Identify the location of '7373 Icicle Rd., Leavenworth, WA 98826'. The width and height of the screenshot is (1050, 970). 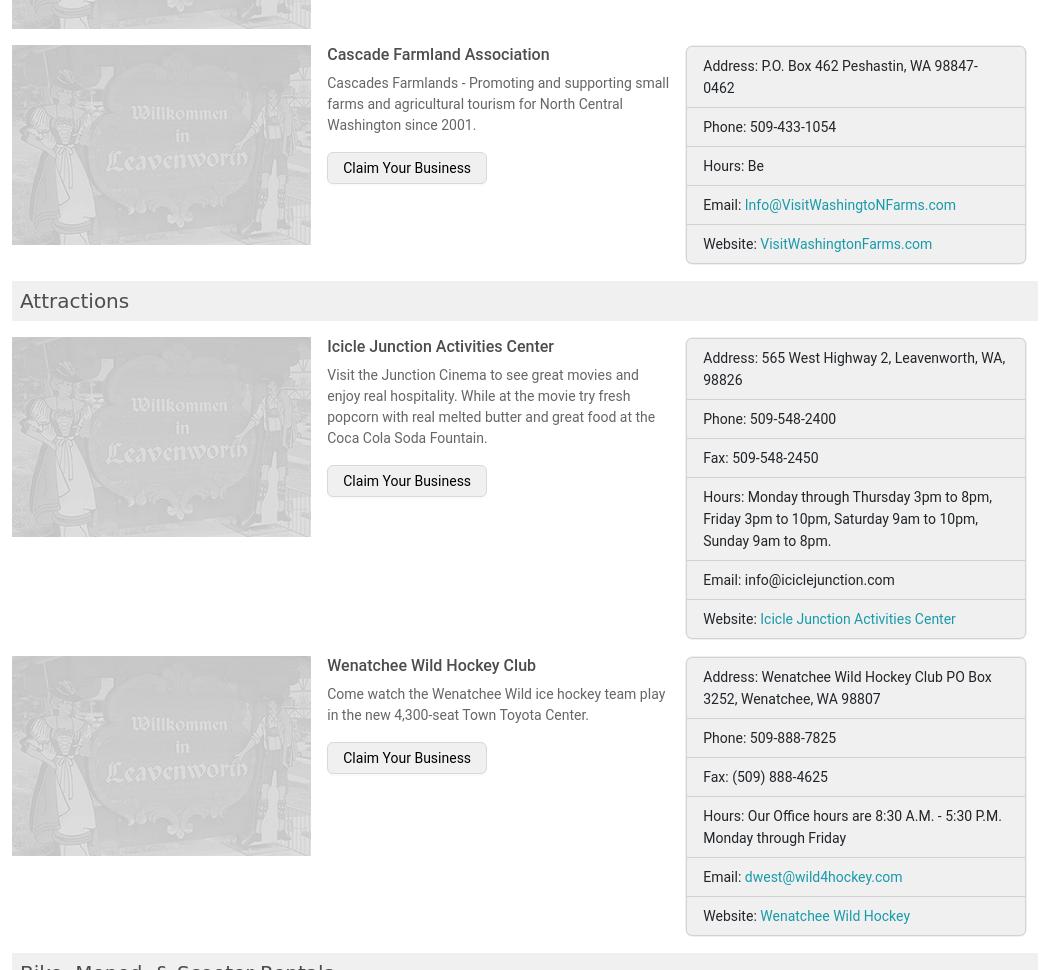
(834, 59).